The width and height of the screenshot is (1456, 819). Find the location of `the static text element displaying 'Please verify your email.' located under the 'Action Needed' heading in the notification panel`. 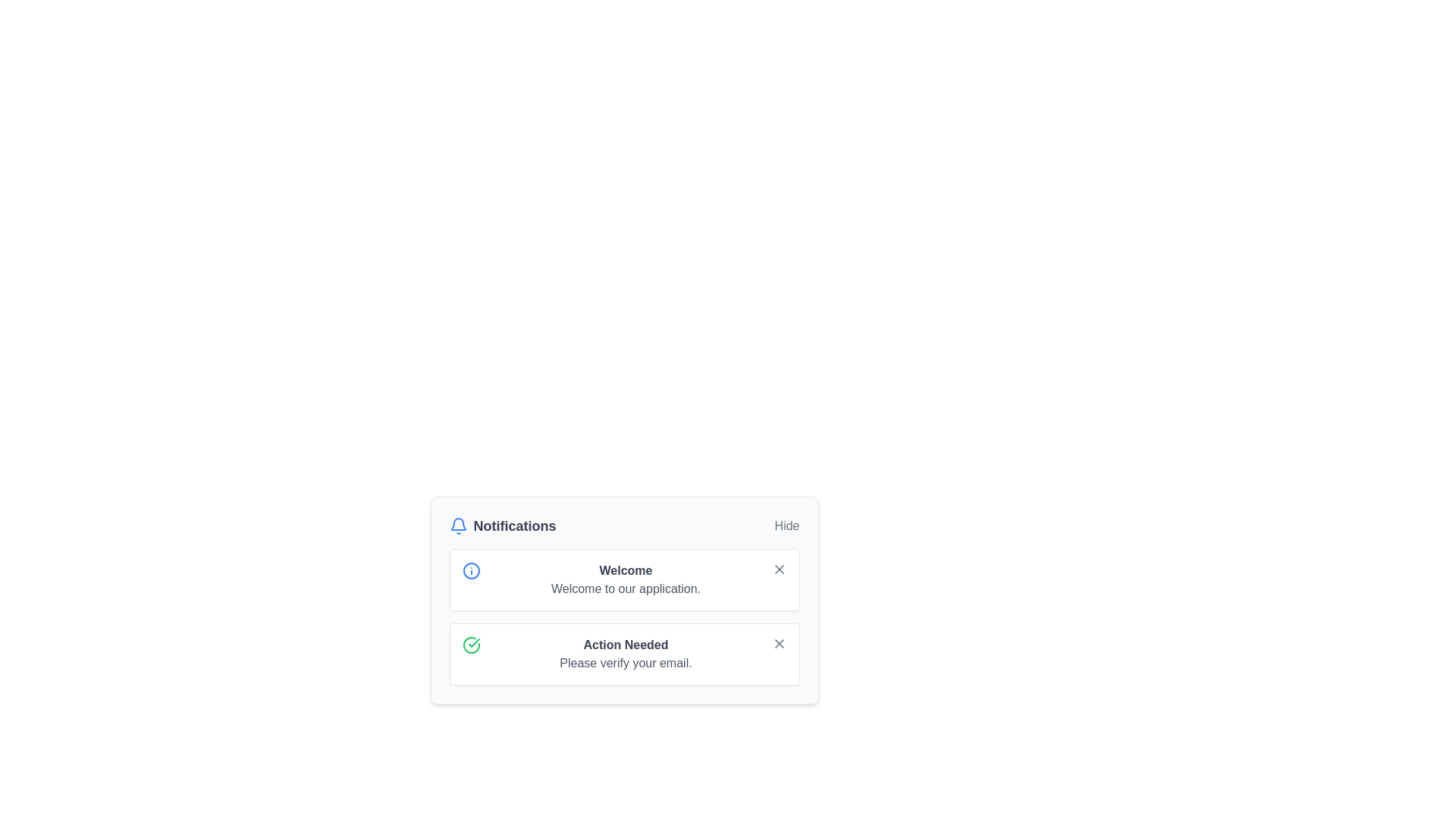

the static text element displaying 'Please verify your email.' located under the 'Action Needed' heading in the notification panel is located at coordinates (626, 663).